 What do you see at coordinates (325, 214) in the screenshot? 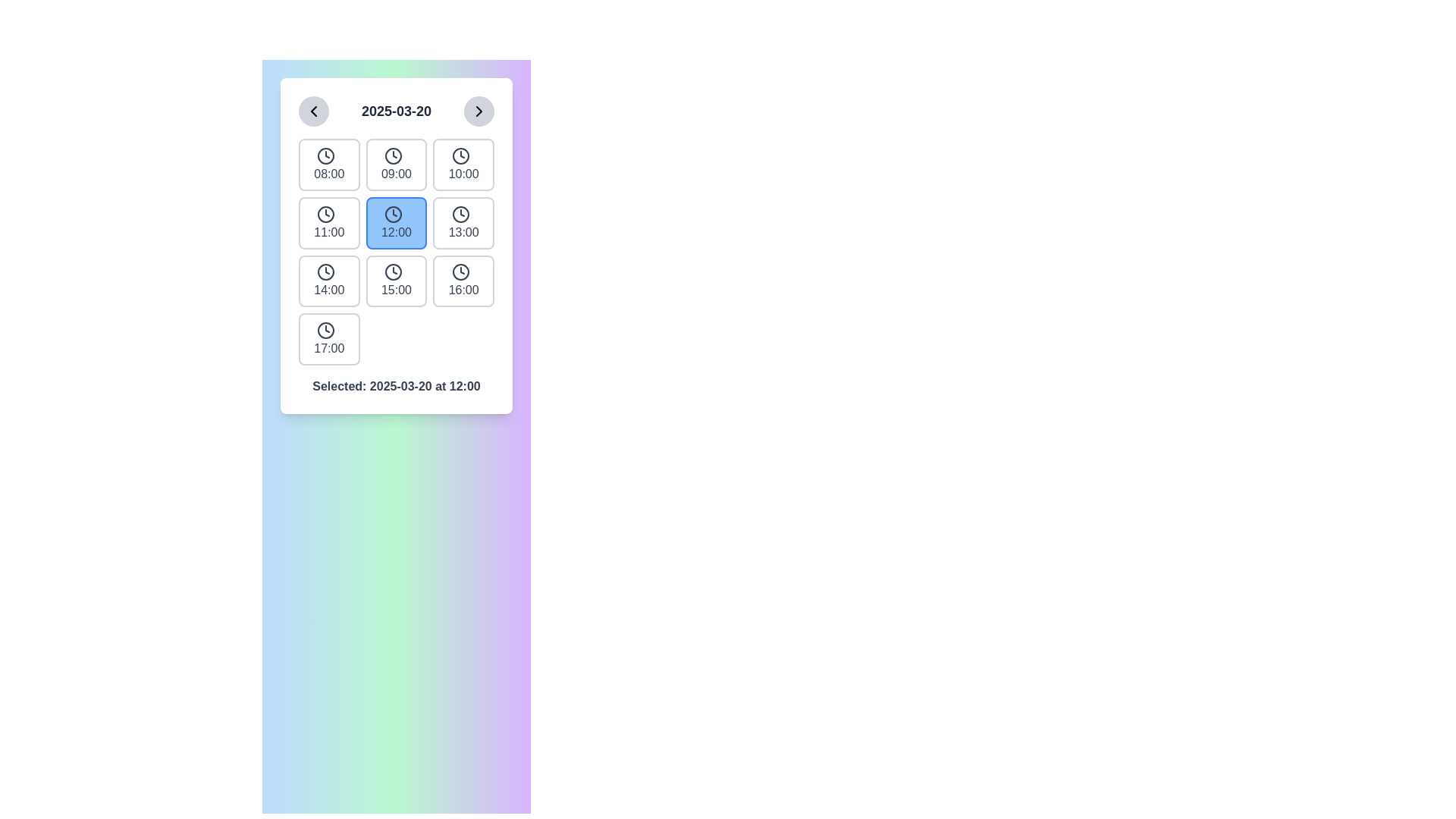
I see `the circular graphical icon representing the clock face at '11:00'` at bounding box center [325, 214].